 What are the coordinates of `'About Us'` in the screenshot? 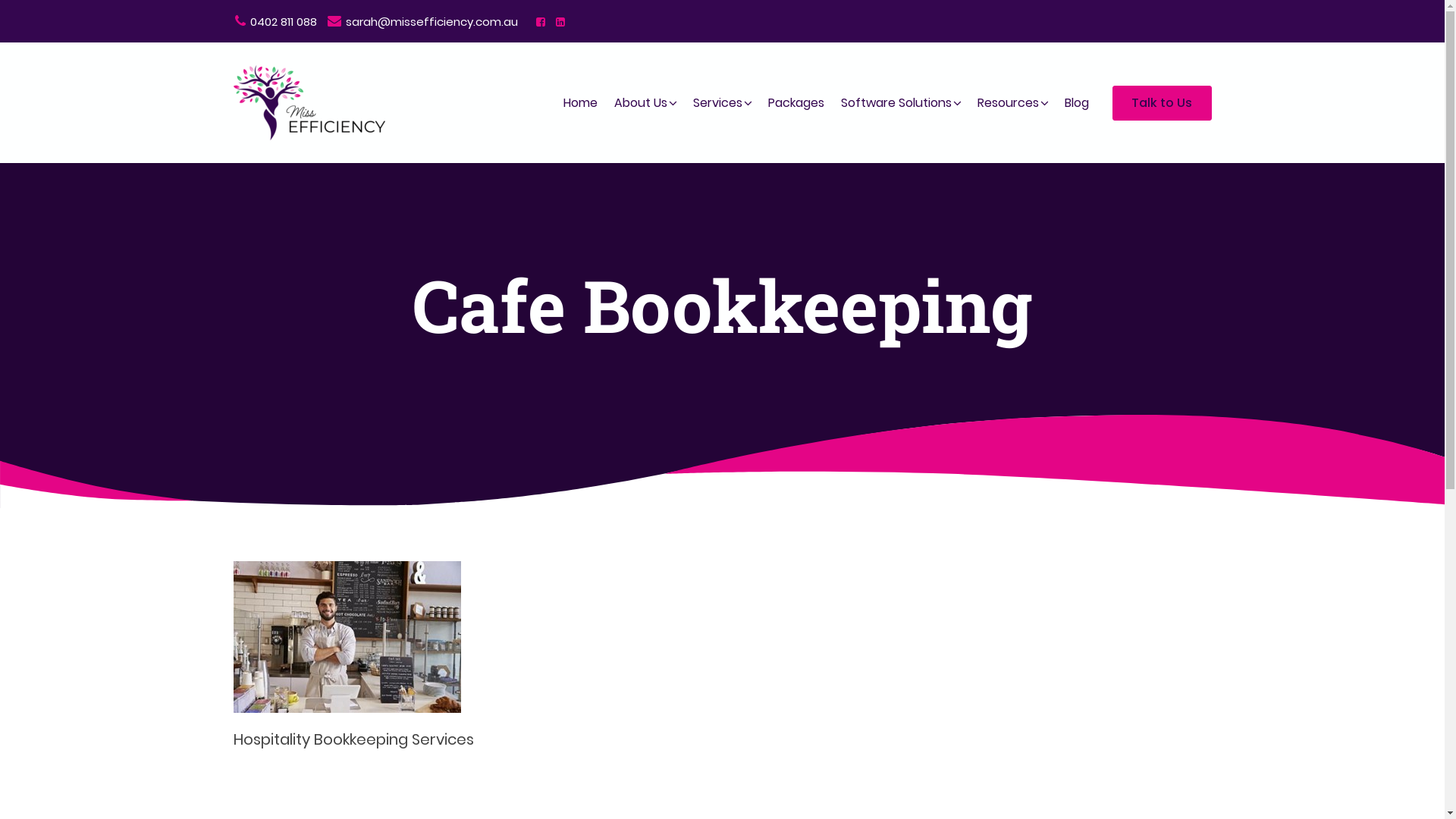 It's located at (640, 102).